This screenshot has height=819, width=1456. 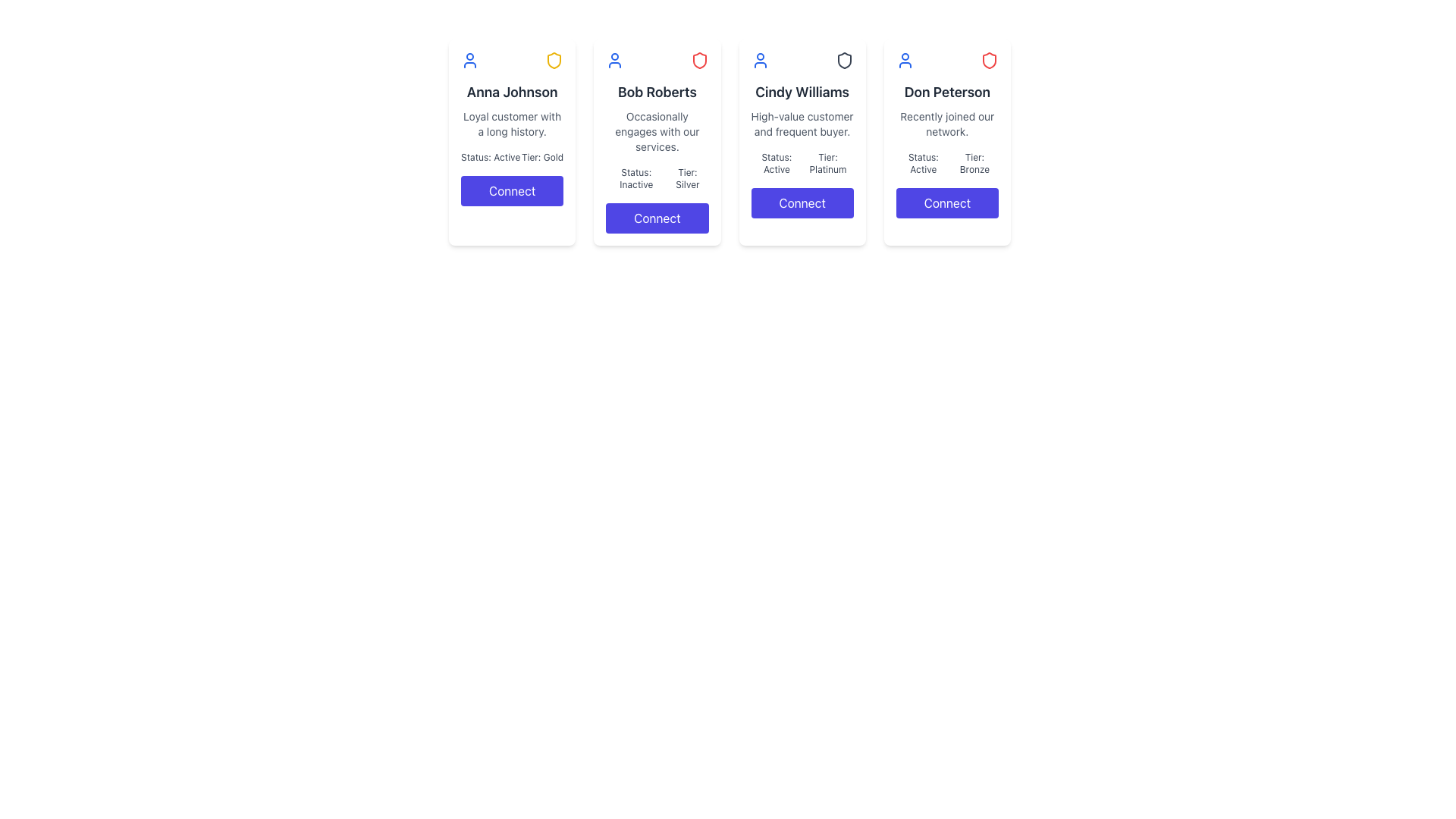 I want to click on the text display that shows the message 'Recently joined our network.' located beneath 'Don Peterson' in the middle section of the card, so click(x=946, y=124).